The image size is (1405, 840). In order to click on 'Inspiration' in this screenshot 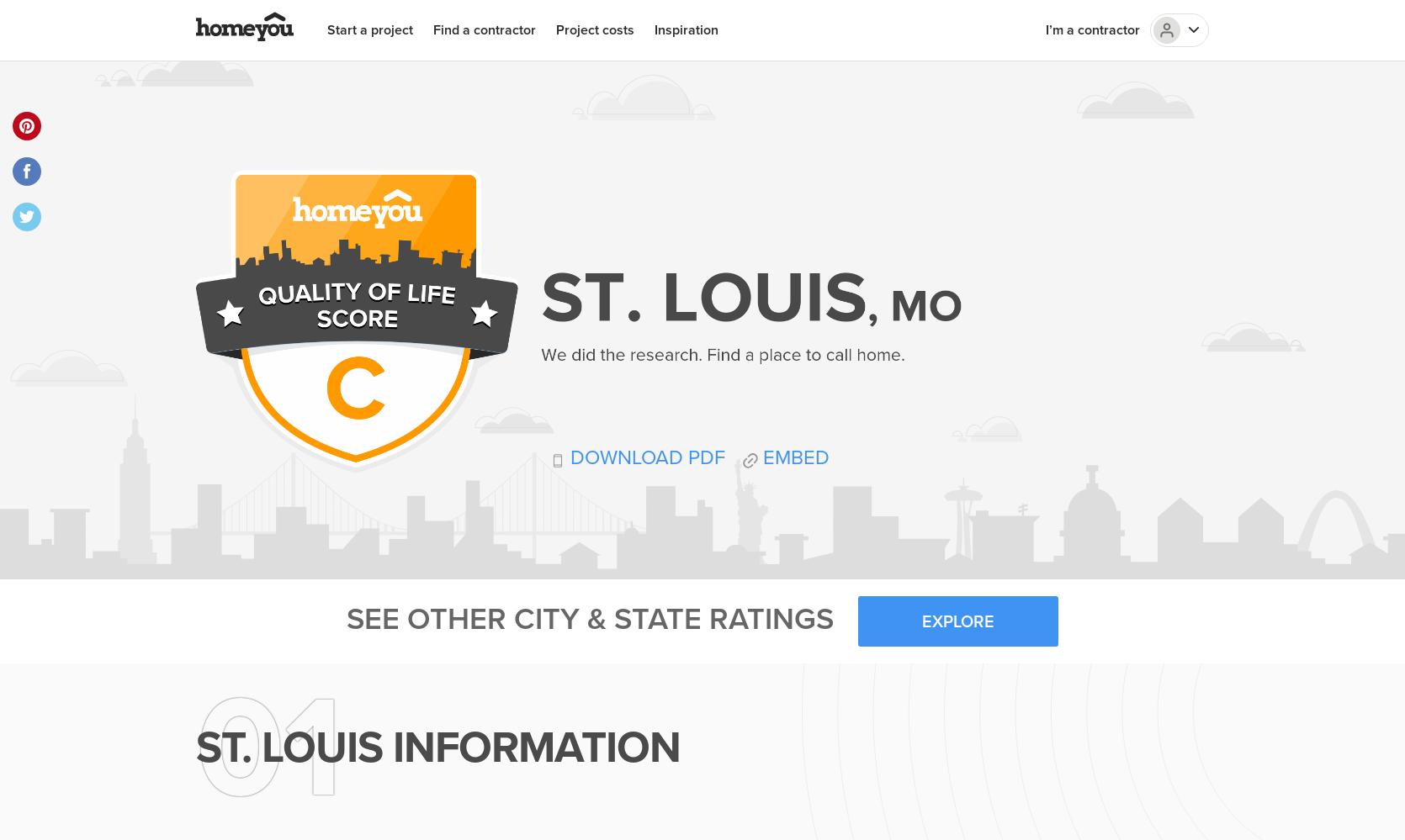, I will do `click(685, 29)`.